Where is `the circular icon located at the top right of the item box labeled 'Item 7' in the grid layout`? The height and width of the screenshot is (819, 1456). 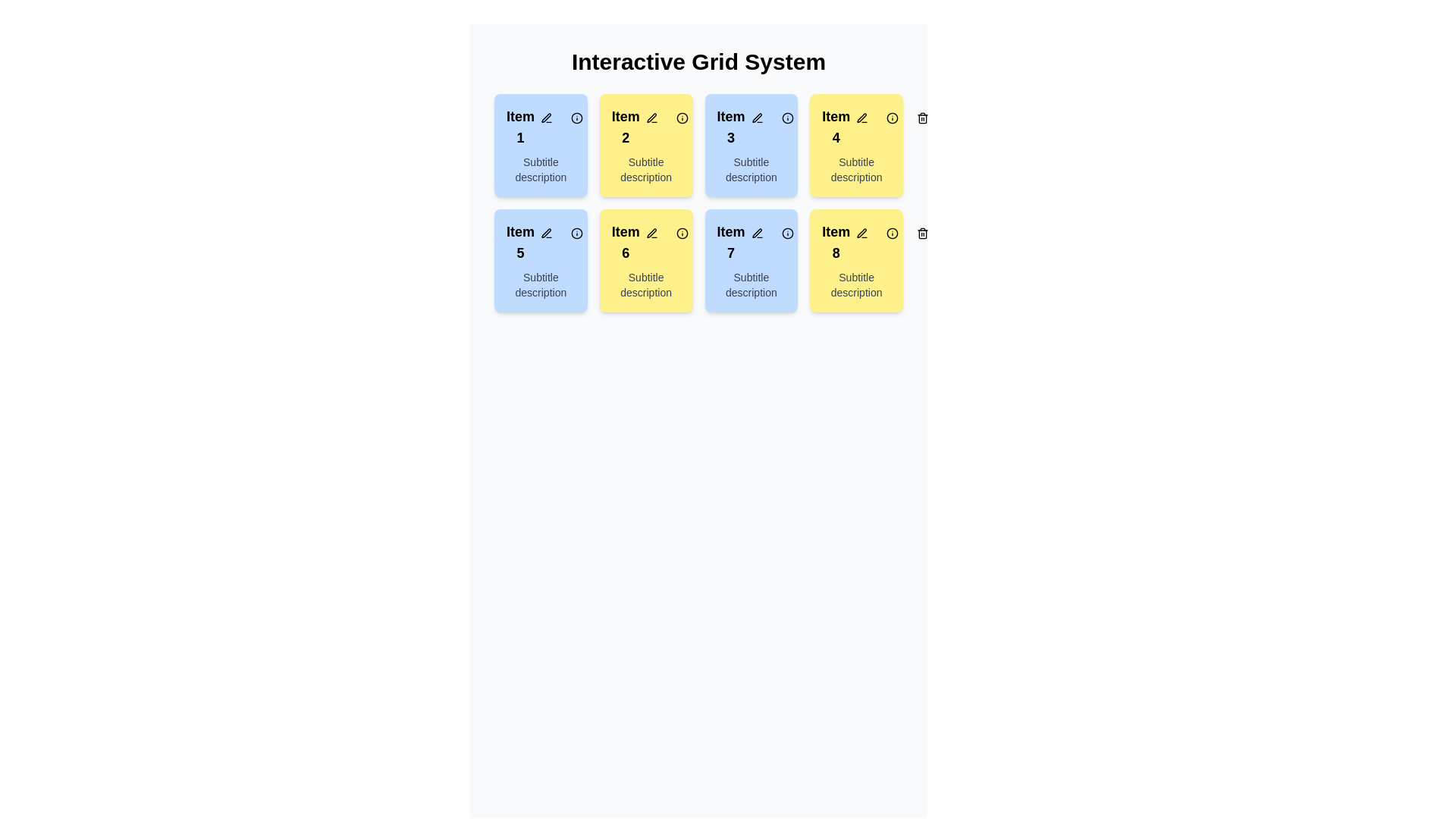
the circular icon located at the top right of the item box labeled 'Item 7' in the grid layout is located at coordinates (787, 234).